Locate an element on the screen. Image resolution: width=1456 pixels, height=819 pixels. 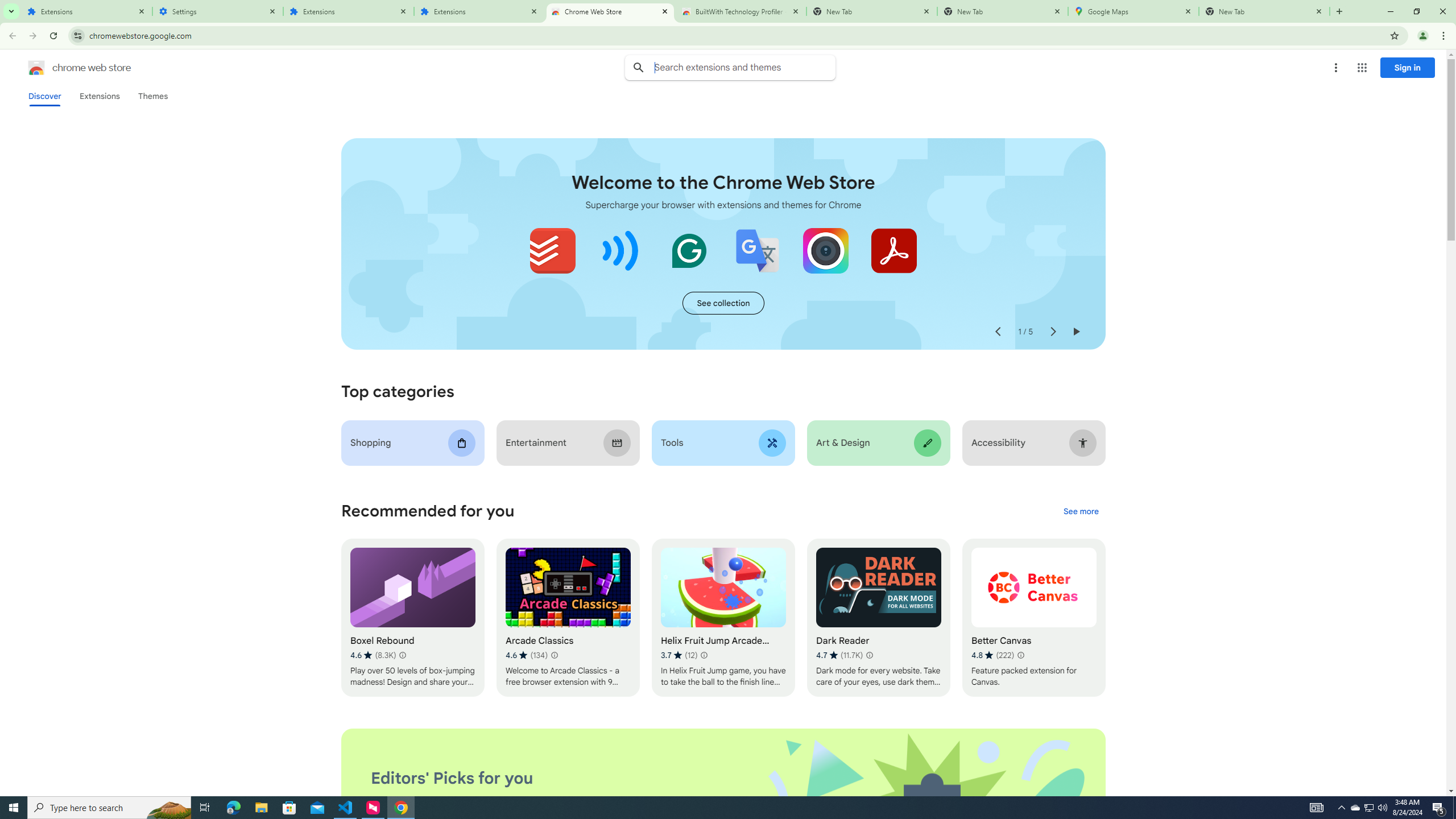
'Tools' is located at coordinates (723, 442).